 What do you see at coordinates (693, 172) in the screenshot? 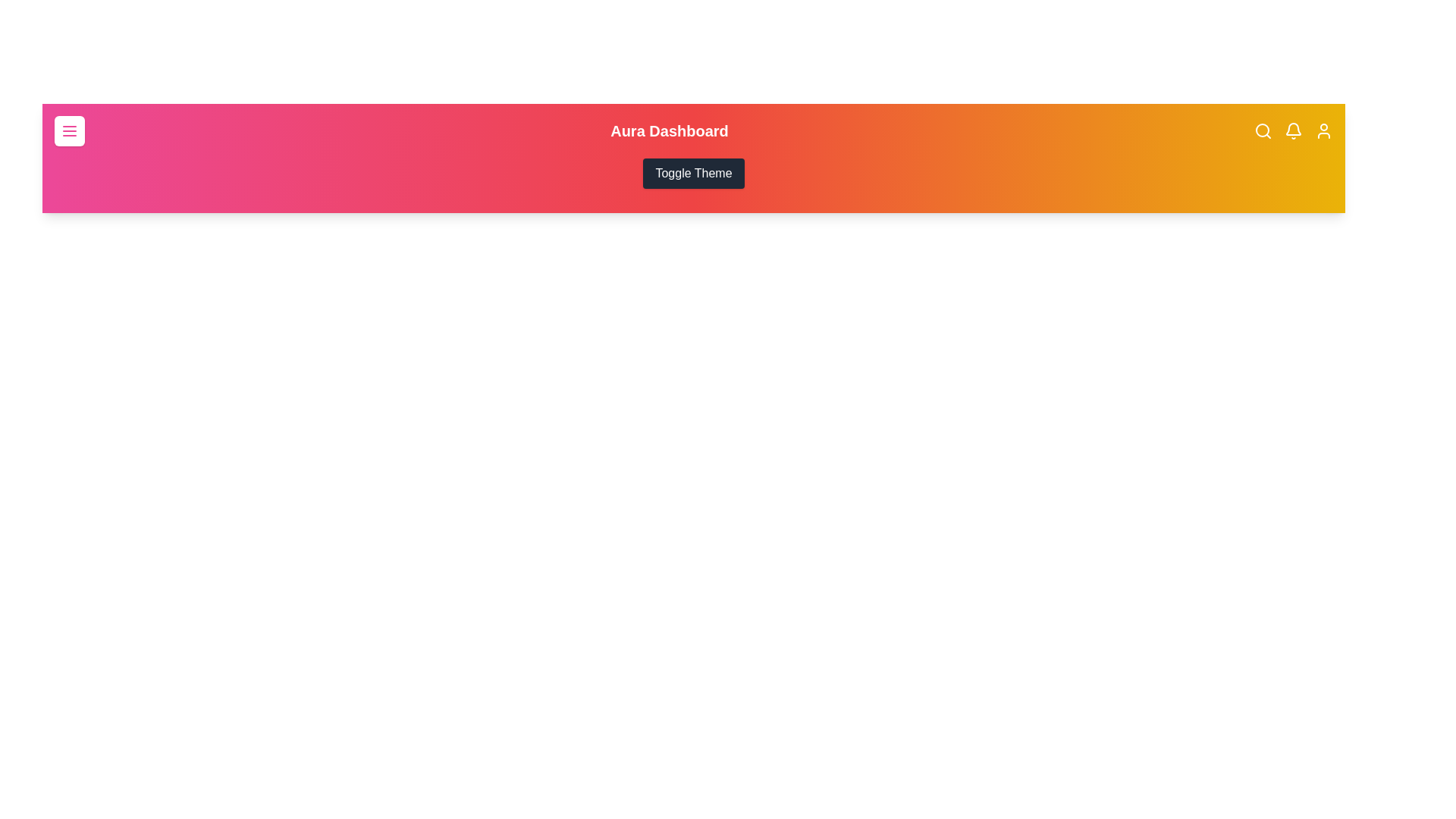
I see `the 'Toggle Theme' button to switch the theme` at bounding box center [693, 172].